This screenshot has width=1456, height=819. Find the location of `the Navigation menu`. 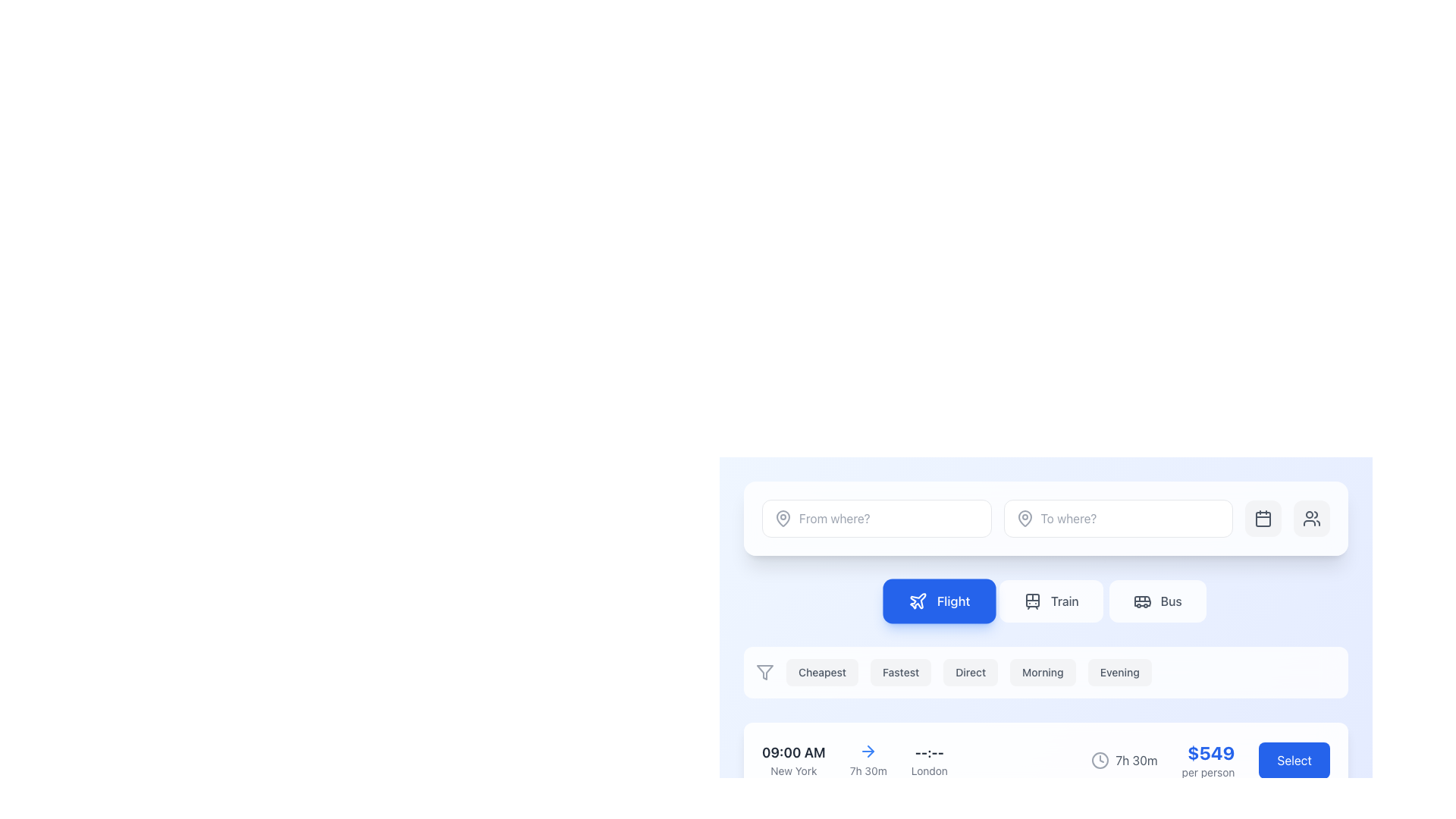

the Navigation menu is located at coordinates (1045, 601).